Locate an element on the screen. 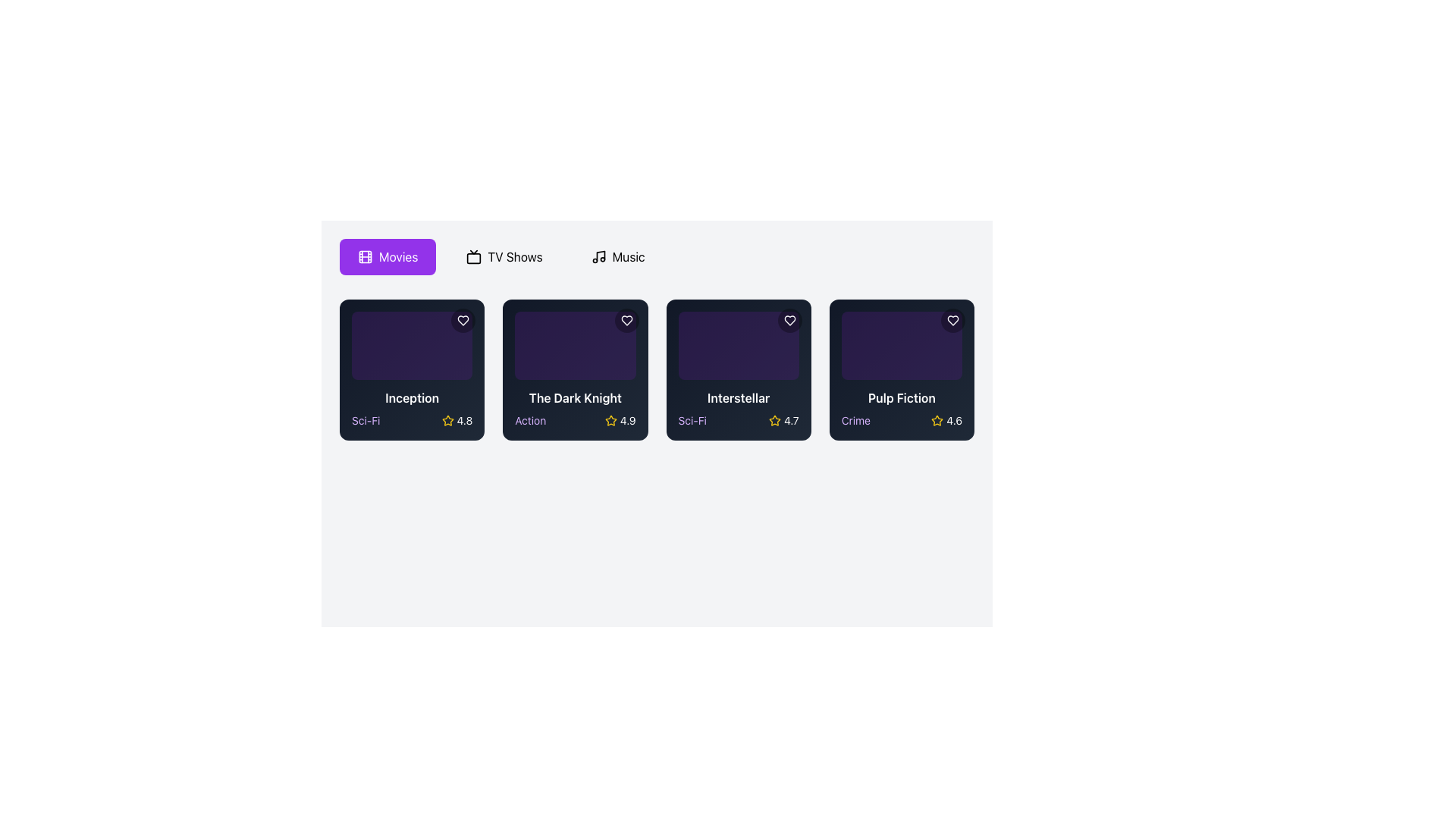  the 'TV Shows' button, which is a button-like component labeled 'TV Shows' with a television icon to its left, located in the middle of a horizontal row of three options at the top section of the interface is located at coordinates (504, 256).